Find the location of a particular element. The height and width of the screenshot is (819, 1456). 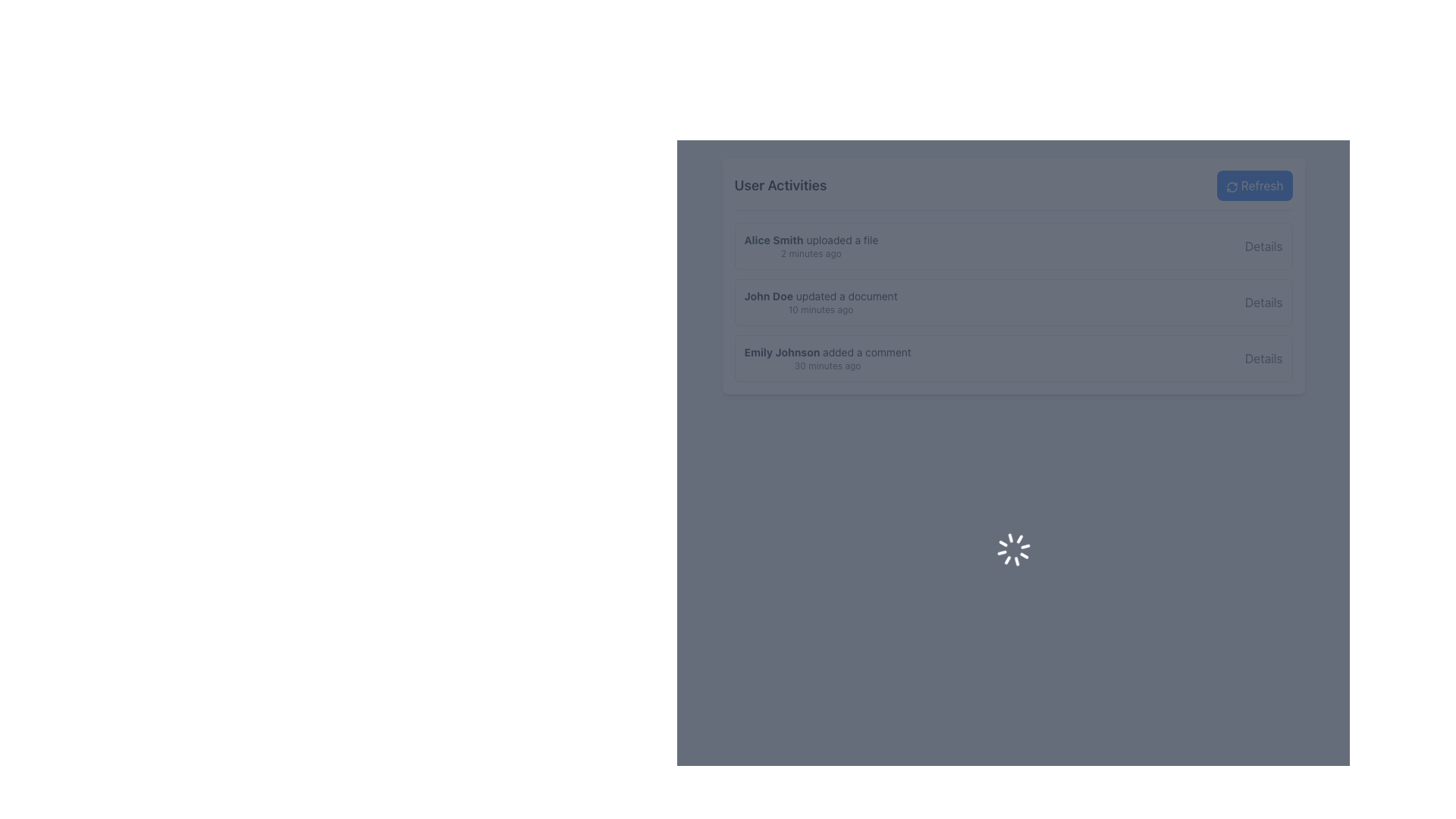

the label displaying the name 'Emily Johnson' within the 'User Activities' section, which indicates the user associated with a specific activity is located at coordinates (782, 352).